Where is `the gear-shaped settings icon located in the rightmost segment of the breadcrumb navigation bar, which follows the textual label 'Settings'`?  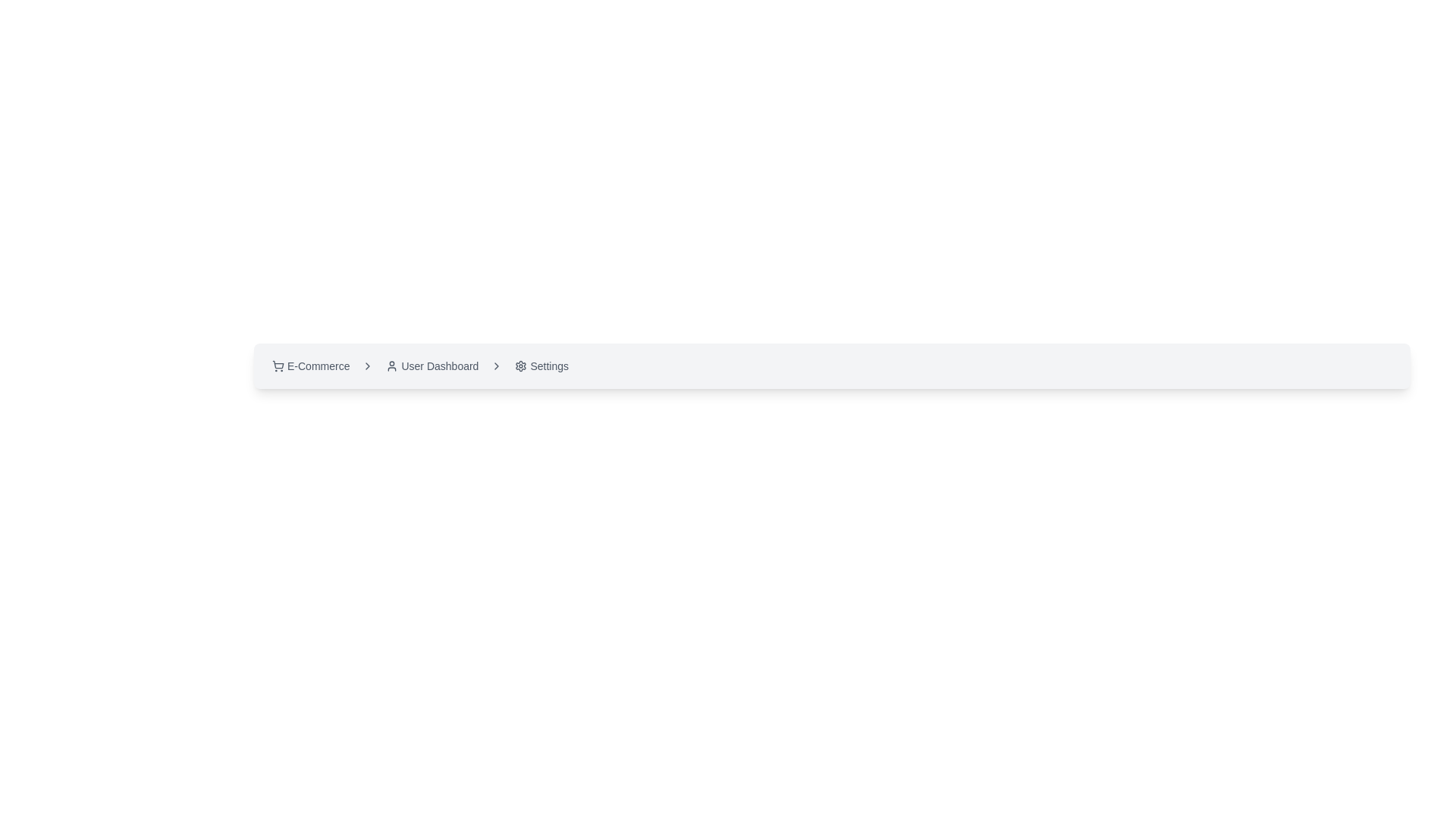 the gear-shaped settings icon located in the rightmost segment of the breadcrumb navigation bar, which follows the textual label 'Settings' is located at coordinates (521, 366).